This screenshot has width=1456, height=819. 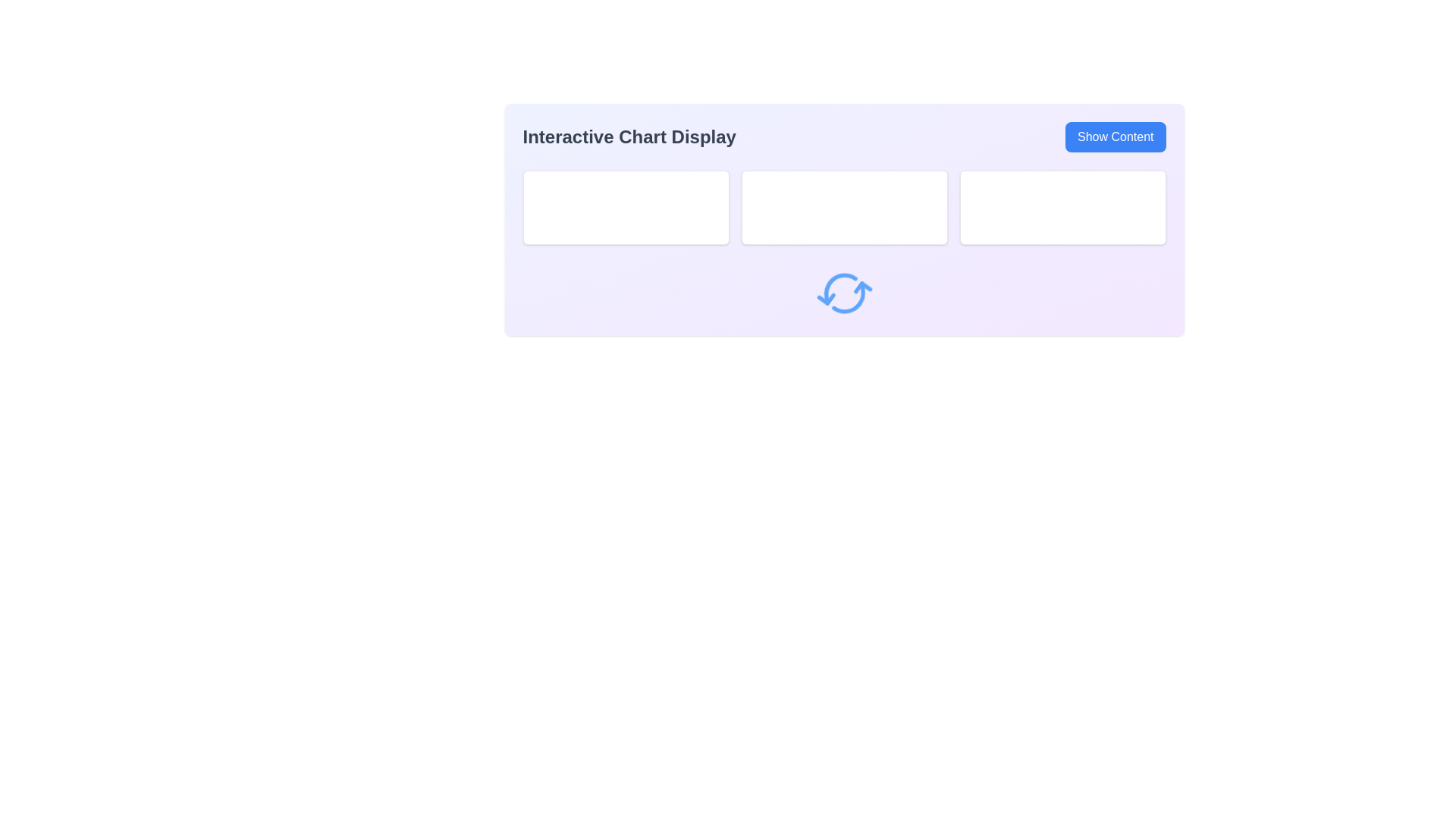 What do you see at coordinates (843, 207) in the screenshot?
I see `the rectangular white card with rounded corners located in the middle column of a 3-column grid structure, directly centered horizontally` at bounding box center [843, 207].